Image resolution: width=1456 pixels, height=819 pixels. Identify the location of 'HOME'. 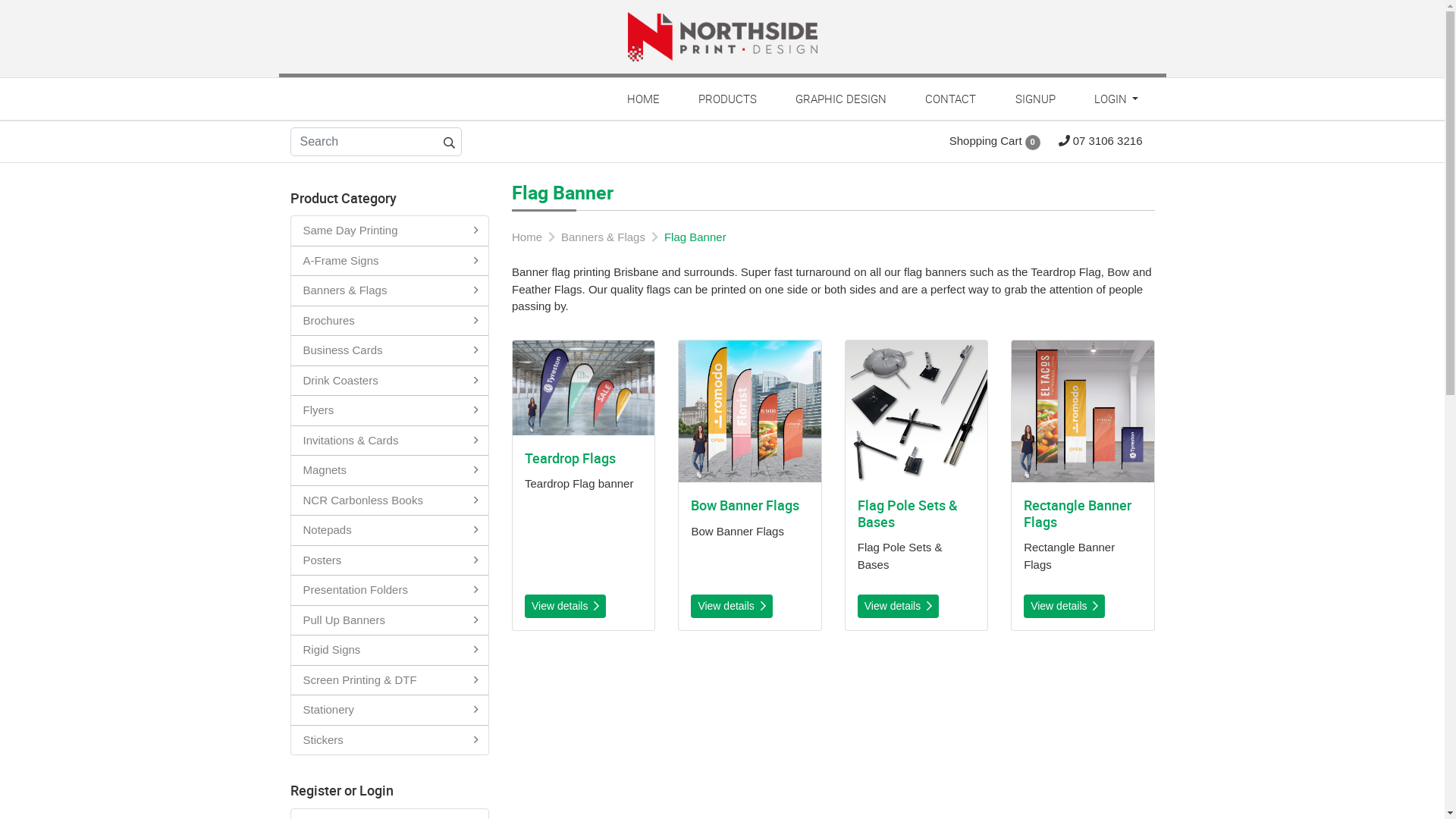
(643, 99).